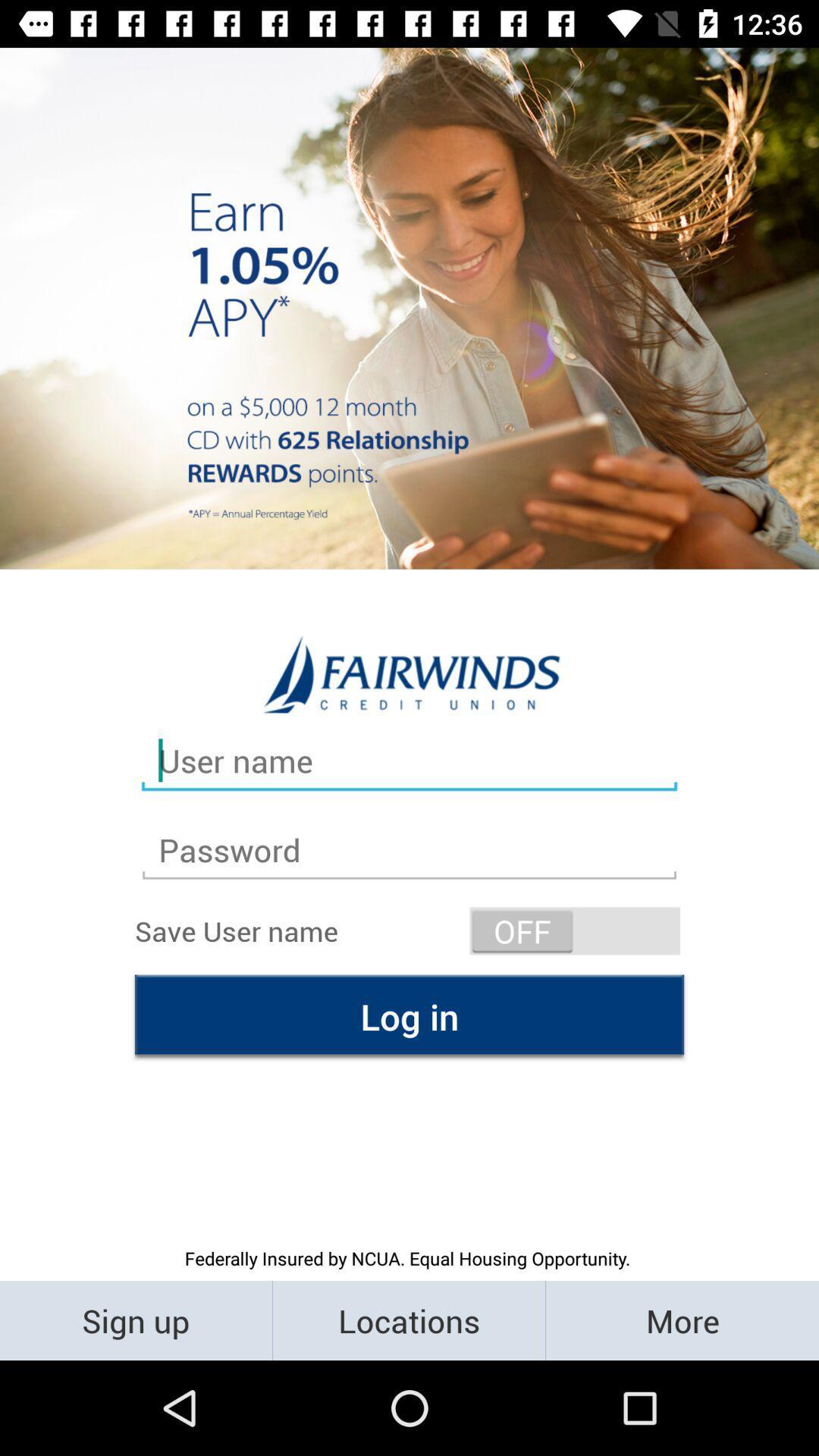 The height and width of the screenshot is (1456, 819). What do you see at coordinates (409, 1016) in the screenshot?
I see `log in item` at bounding box center [409, 1016].